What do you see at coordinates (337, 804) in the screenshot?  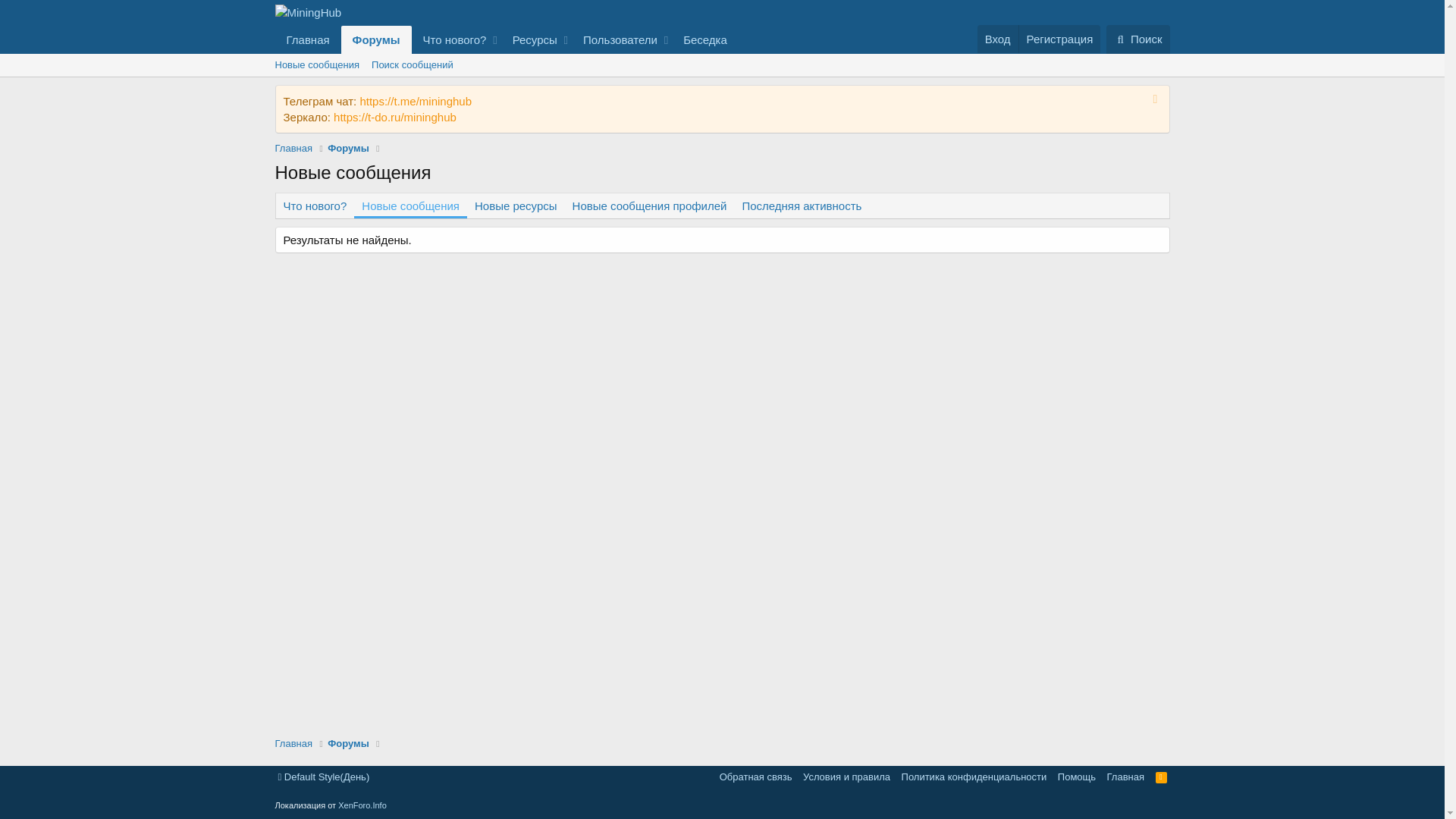 I see `'XenForo.Info'` at bounding box center [337, 804].